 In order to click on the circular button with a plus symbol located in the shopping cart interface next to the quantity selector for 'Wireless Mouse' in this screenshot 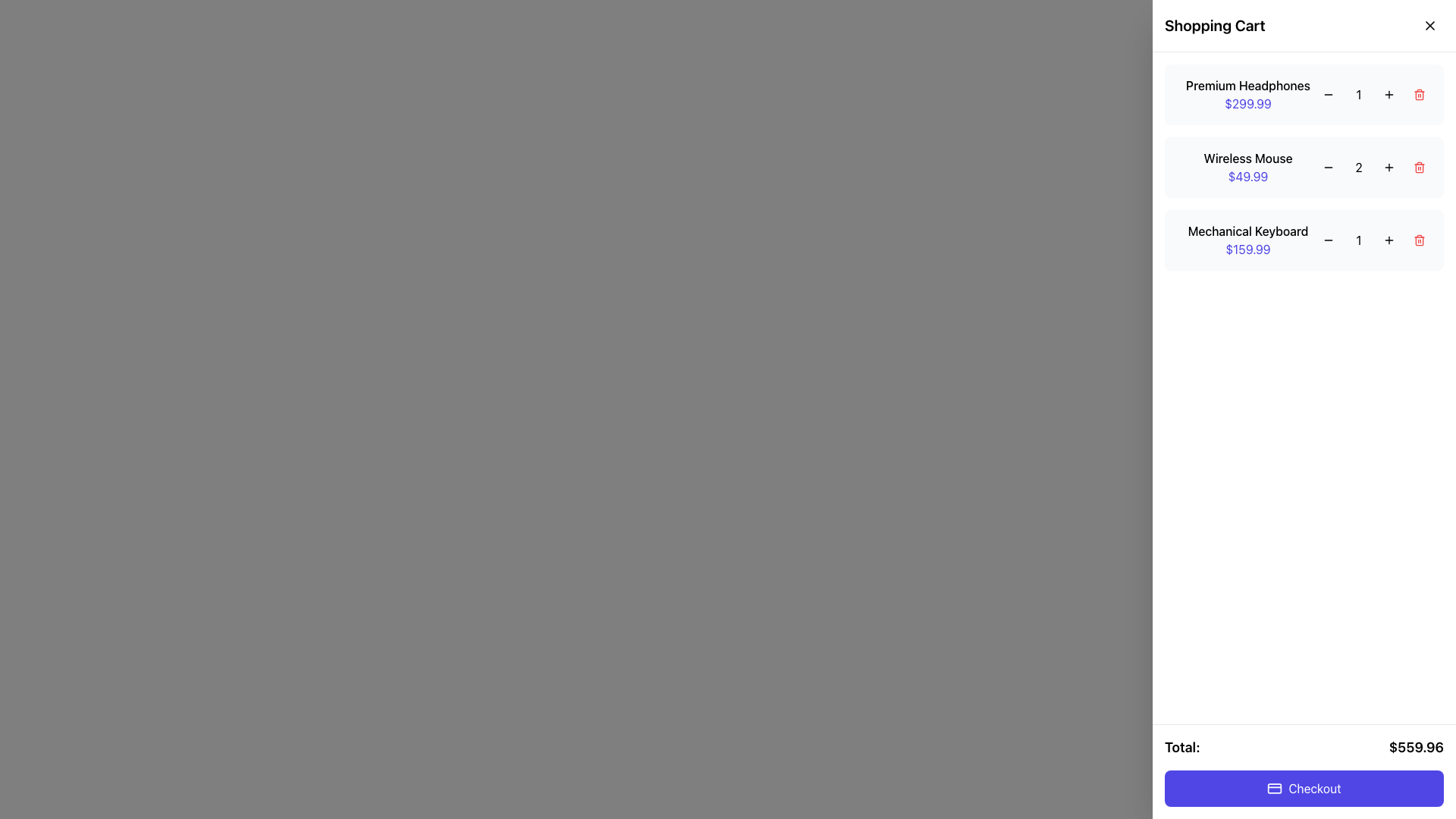, I will do `click(1389, 167)`.